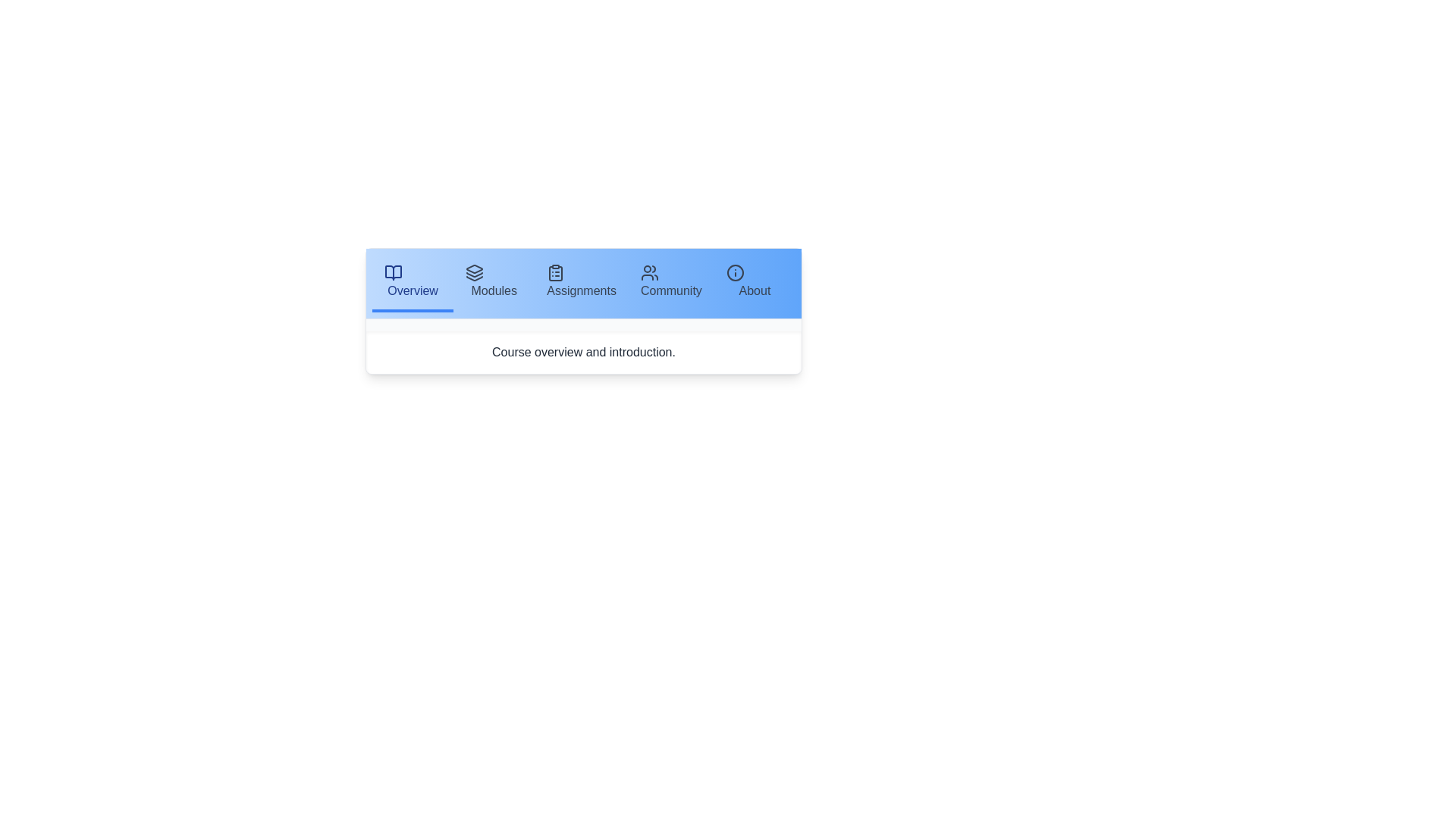 The height and width of the screenshot is (819, 1456). Describe the element at coordinates (735, 271) in the screenshot. I see `the central circular graphical SVG element in the navigation bar, which represents the 'About' section indicator` at that location.